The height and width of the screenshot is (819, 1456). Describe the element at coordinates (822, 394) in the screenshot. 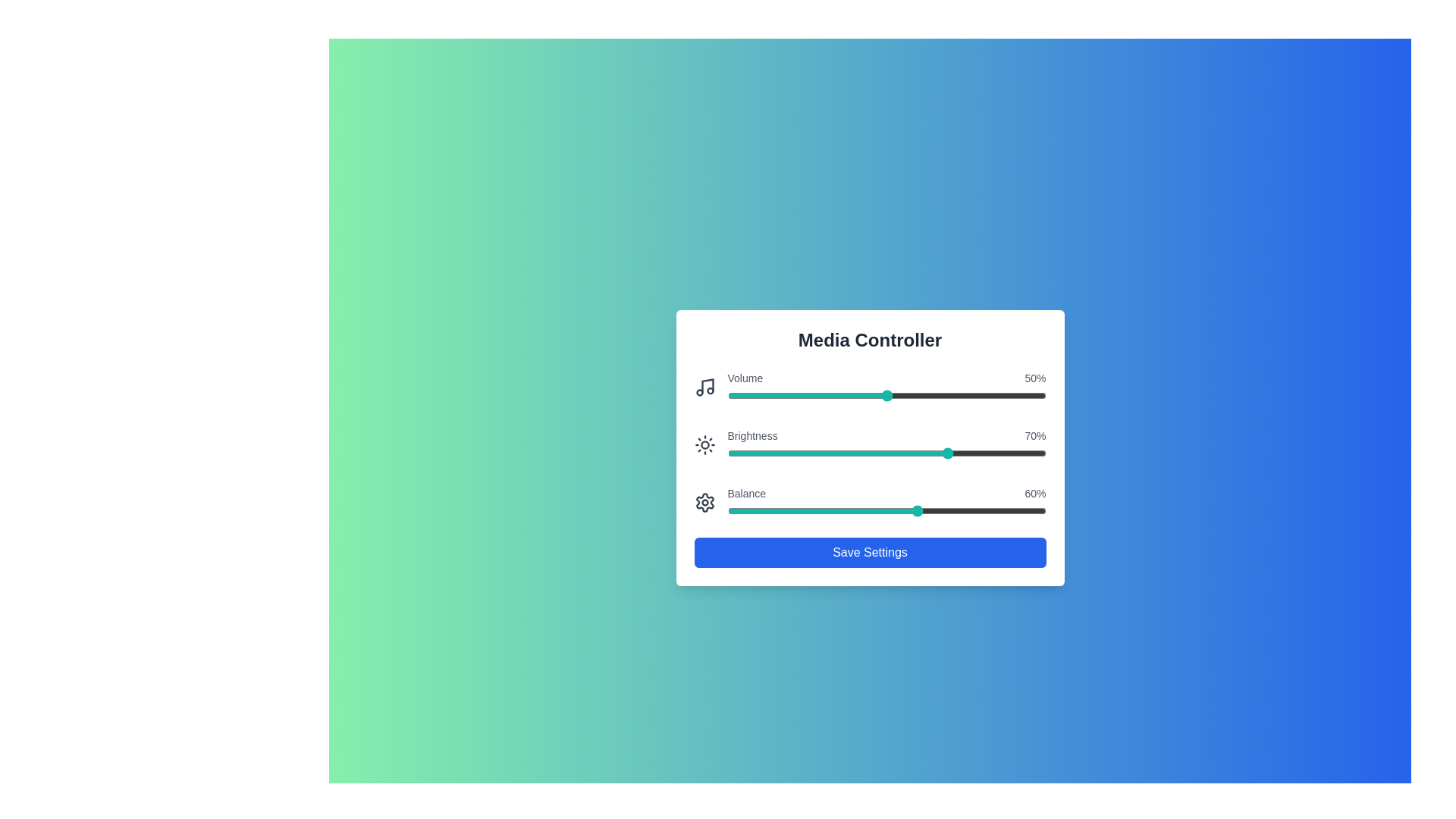

I see `the volume slider to 30% by dragging the slider handle` at that location.